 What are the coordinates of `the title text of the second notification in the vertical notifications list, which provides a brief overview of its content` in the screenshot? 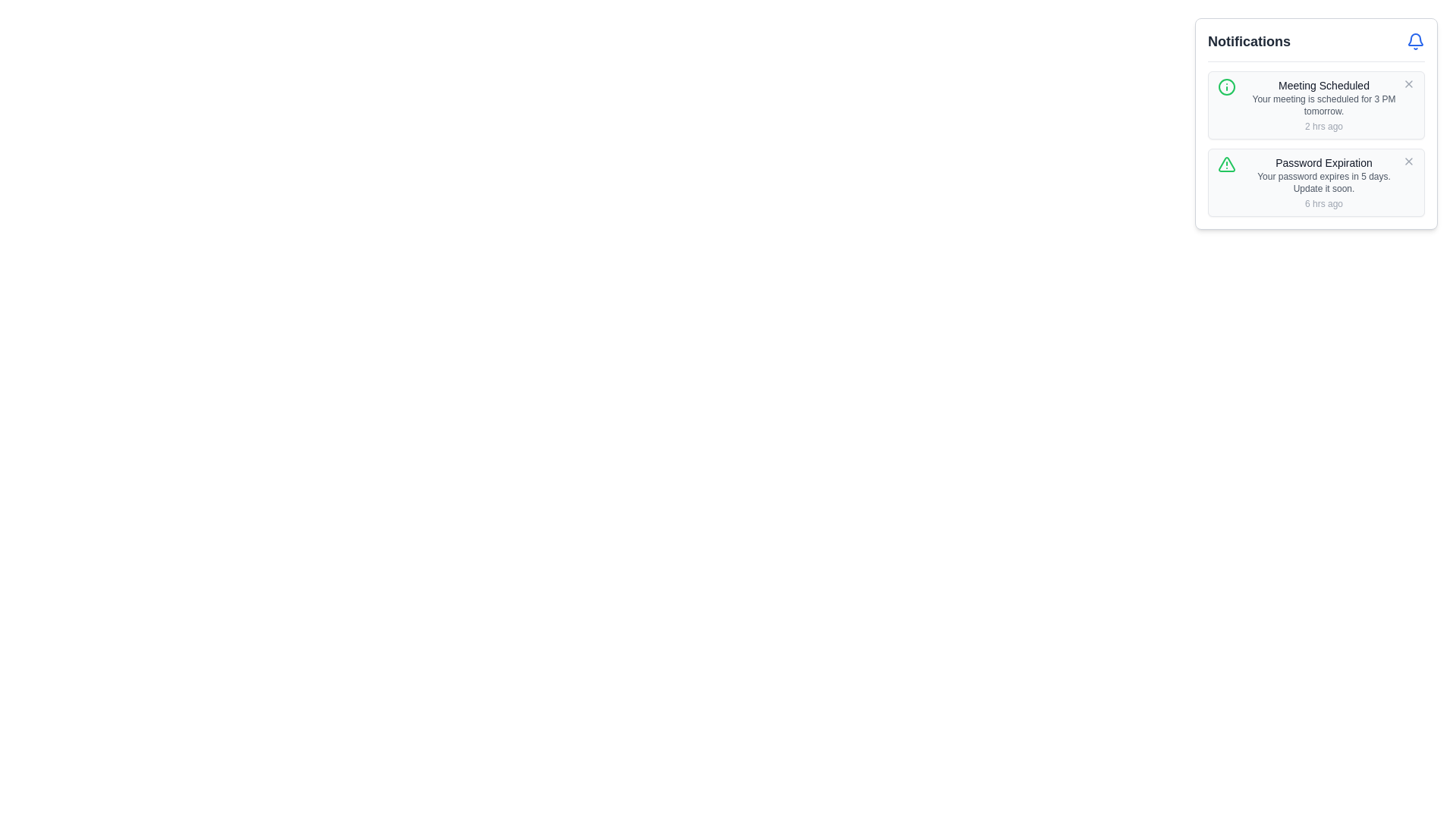 It's located at (1323, 163).